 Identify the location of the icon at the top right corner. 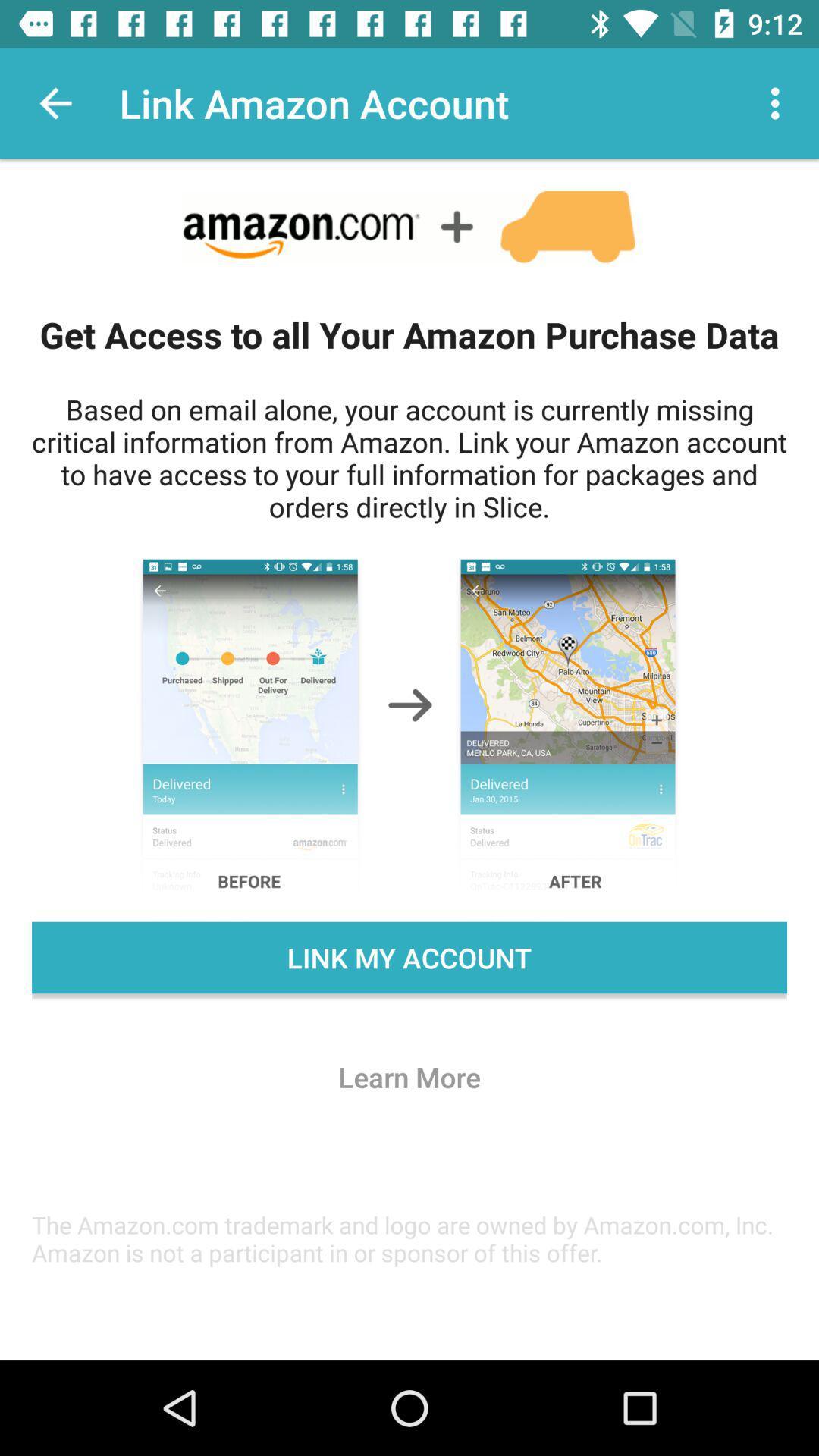
(779, 102).